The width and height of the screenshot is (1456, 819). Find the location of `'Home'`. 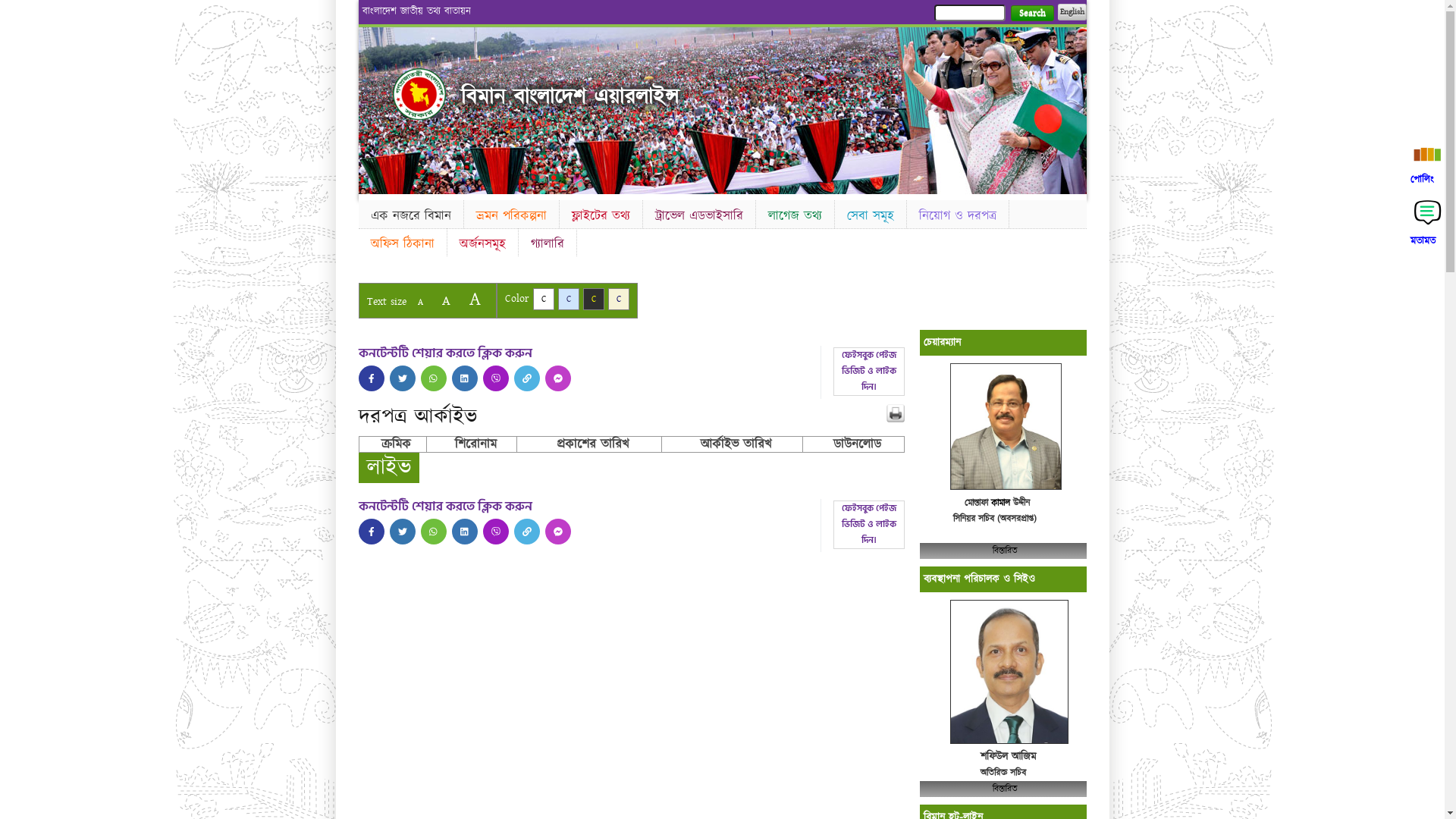

'Home' is located at coordinates (419, 93).